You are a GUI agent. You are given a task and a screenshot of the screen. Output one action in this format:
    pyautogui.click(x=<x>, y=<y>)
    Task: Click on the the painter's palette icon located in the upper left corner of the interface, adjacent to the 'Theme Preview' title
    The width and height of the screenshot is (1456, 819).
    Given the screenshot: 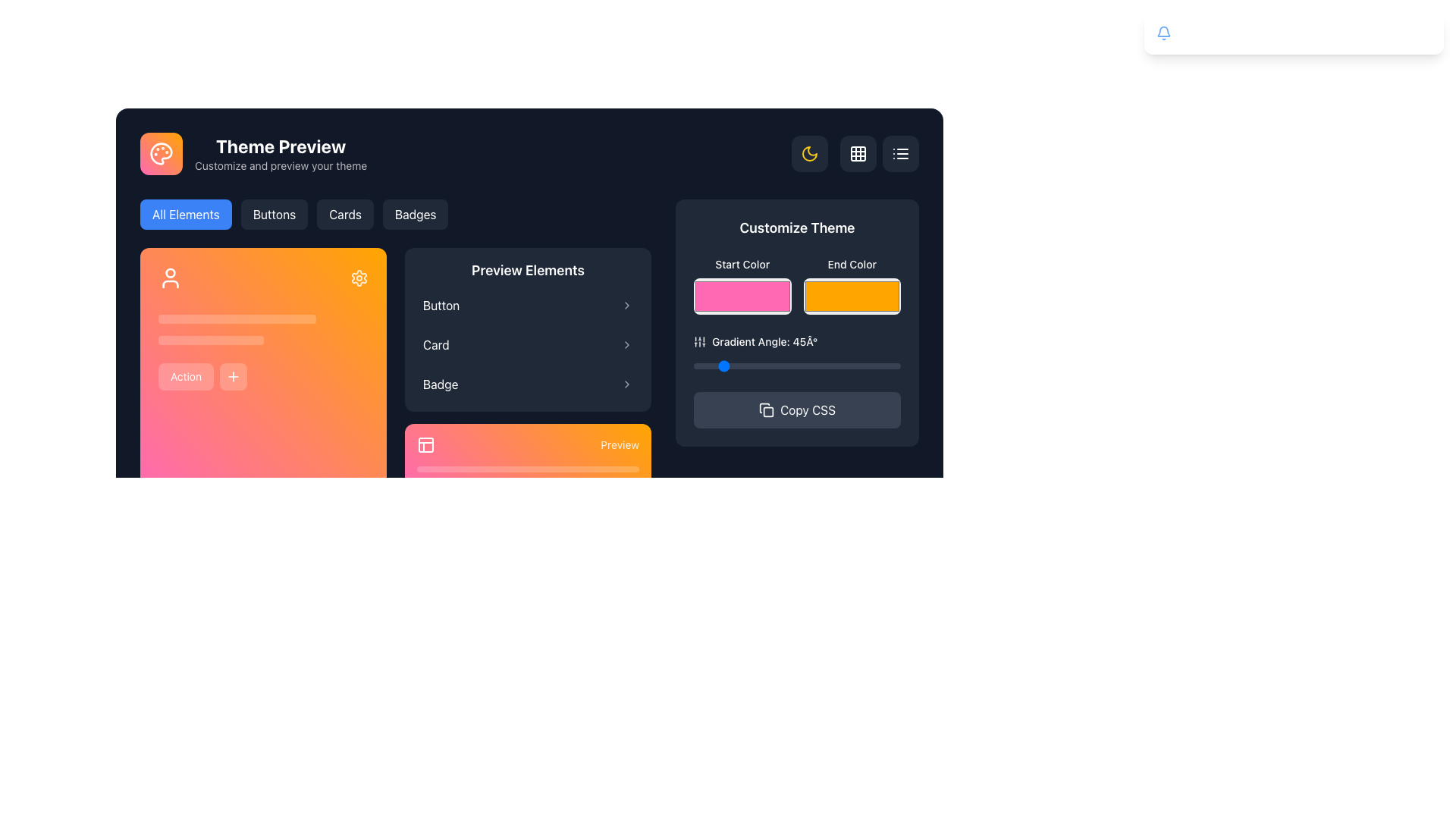 What is the action you would take?
    pyautogui.click(x=161, y=154)
    